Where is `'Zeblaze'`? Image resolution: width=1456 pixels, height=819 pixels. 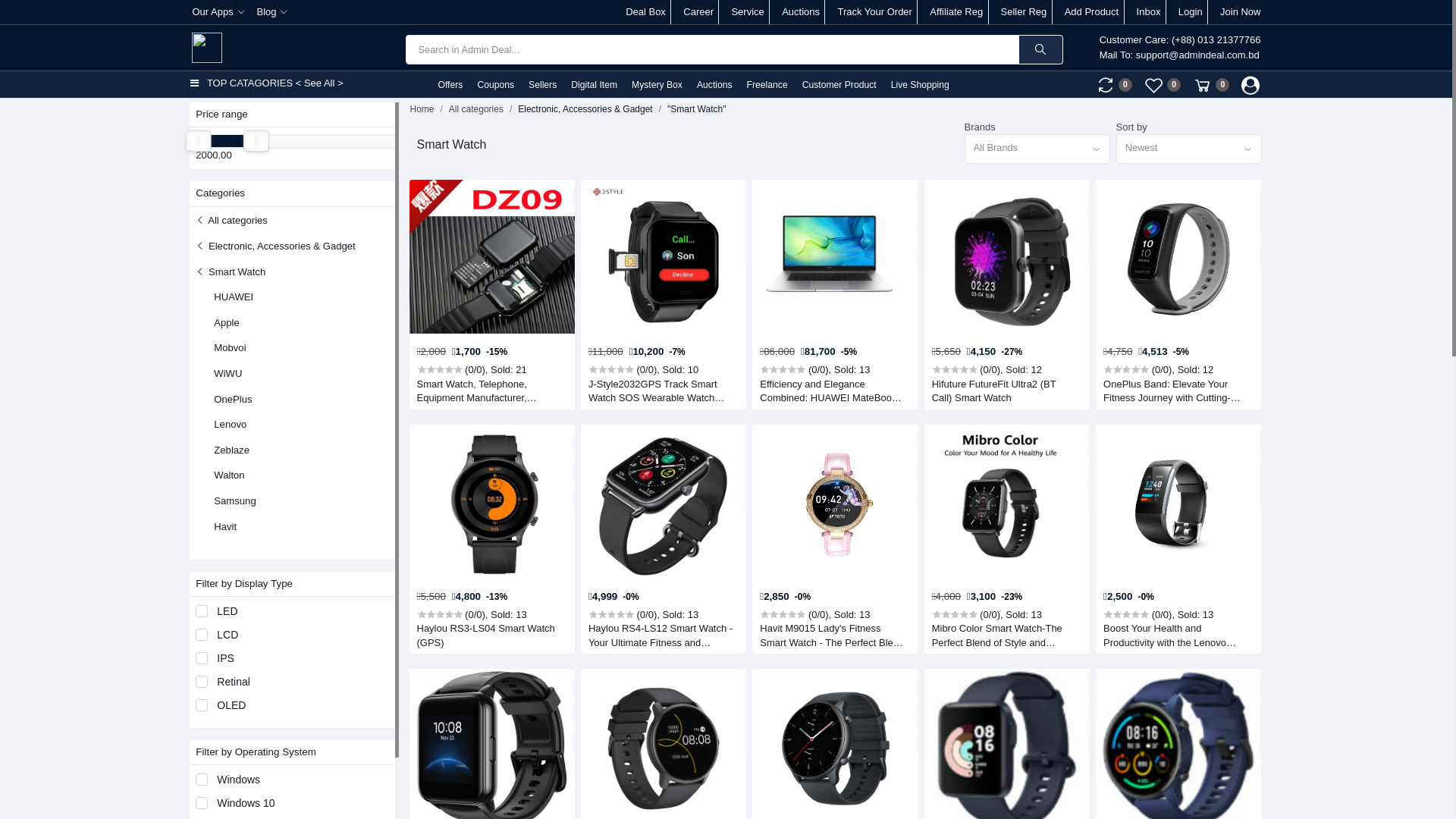
'Zeblaze' is located at coordinates (213, 449).